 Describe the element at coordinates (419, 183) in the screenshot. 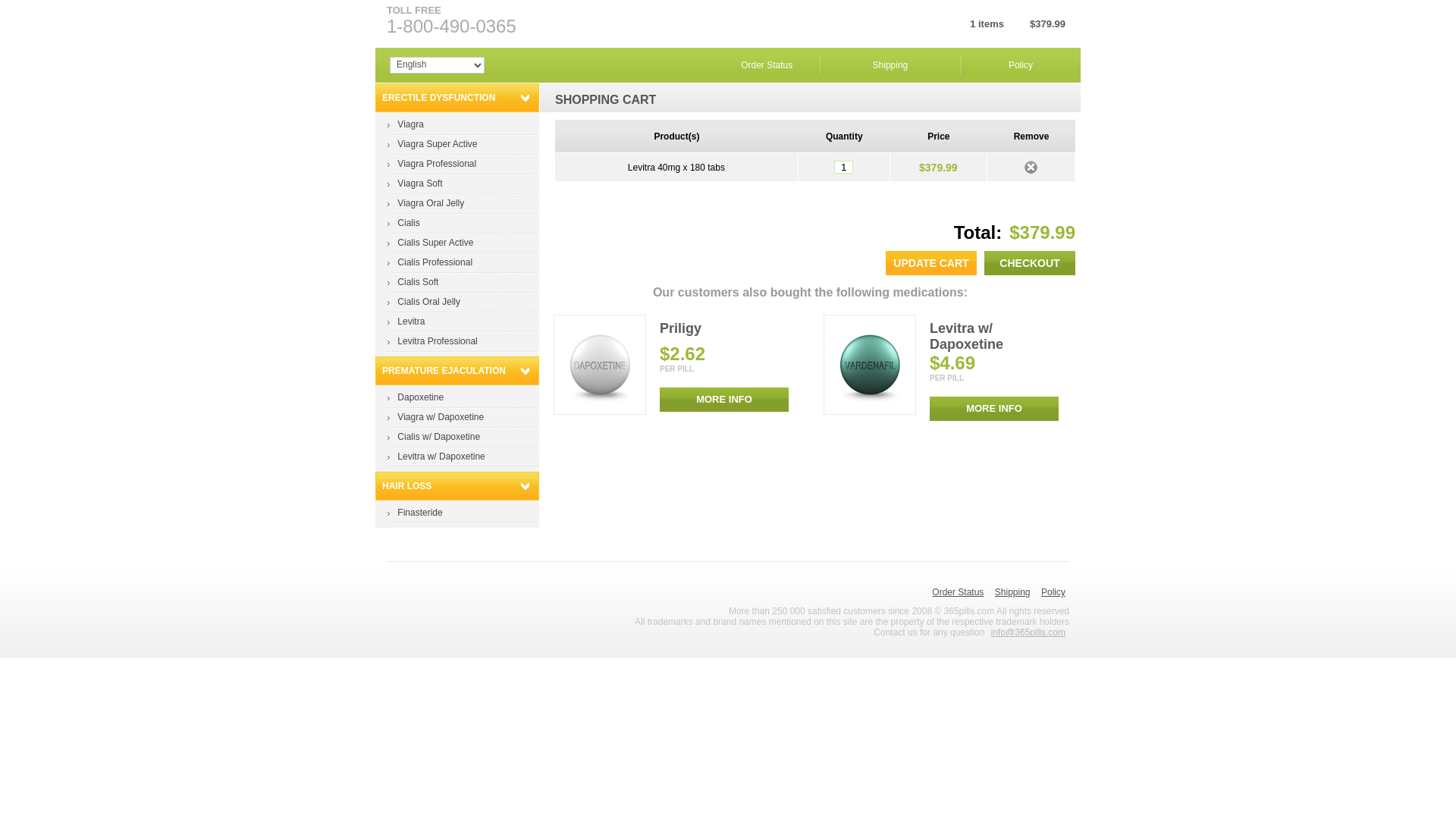

I see `'Viagra Soft'` at that location.